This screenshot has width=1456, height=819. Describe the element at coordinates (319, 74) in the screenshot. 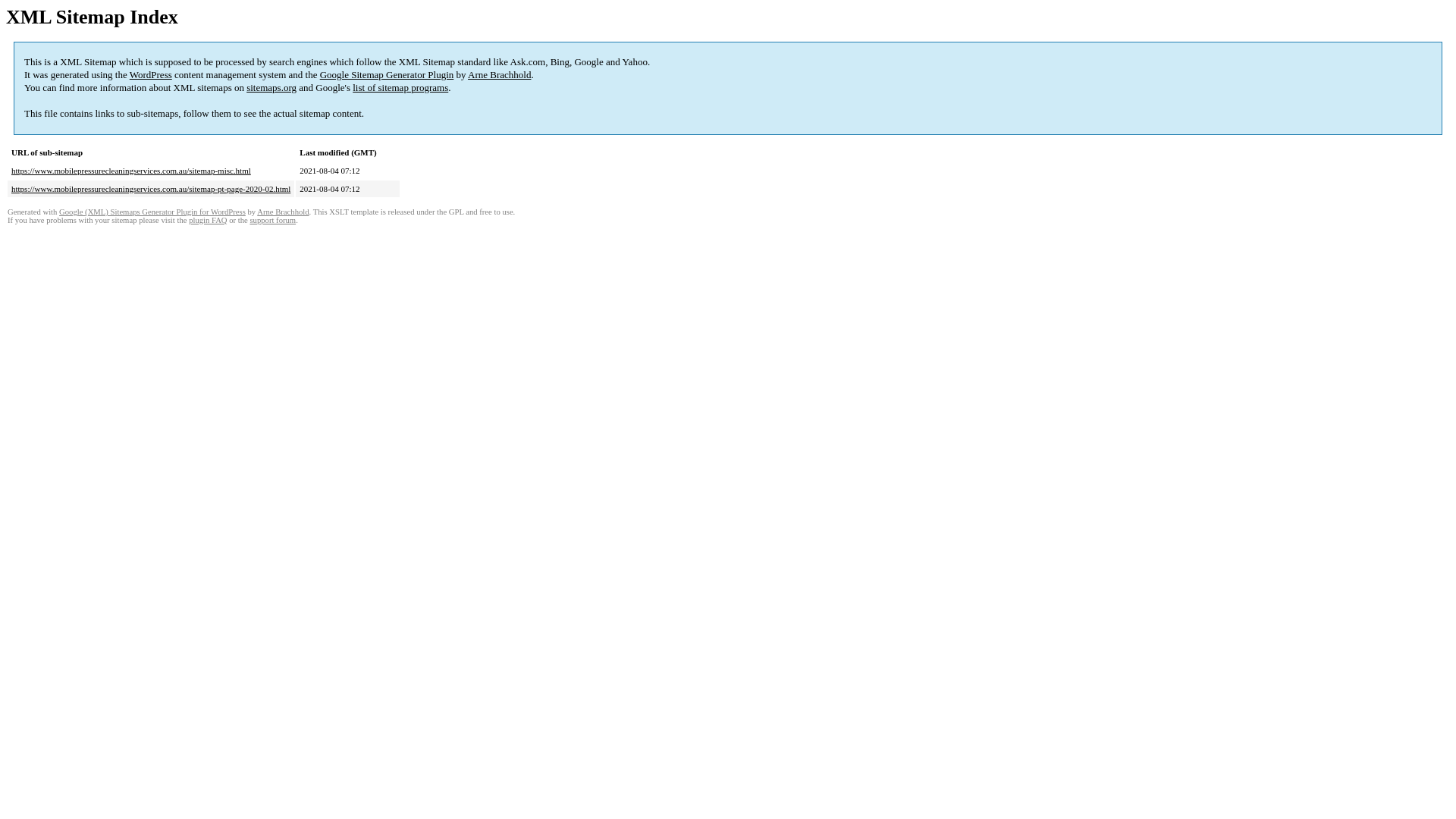

I see `'Google Sitemap Generator Plugin'` at that location.